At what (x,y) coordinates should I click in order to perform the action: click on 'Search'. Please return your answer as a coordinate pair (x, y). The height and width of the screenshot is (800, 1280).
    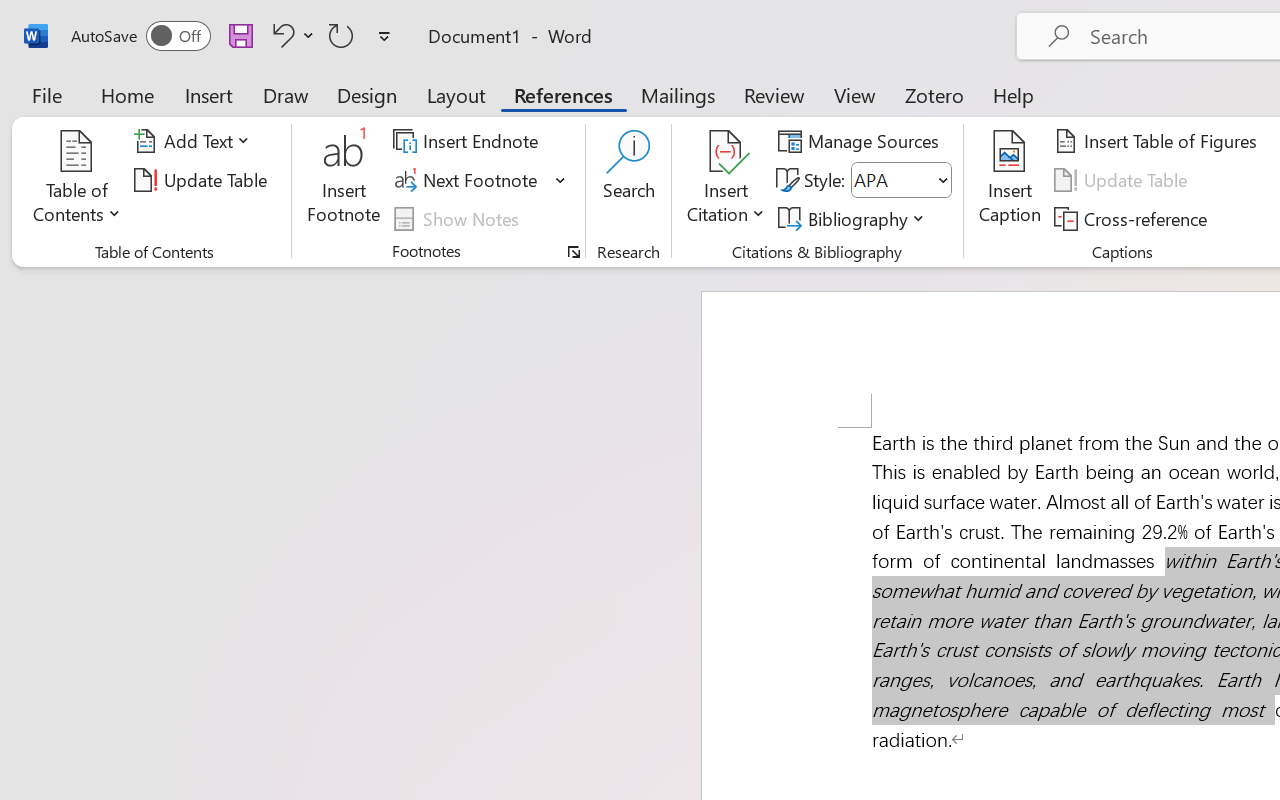
    Looking at the image, I should click on (628, 179).